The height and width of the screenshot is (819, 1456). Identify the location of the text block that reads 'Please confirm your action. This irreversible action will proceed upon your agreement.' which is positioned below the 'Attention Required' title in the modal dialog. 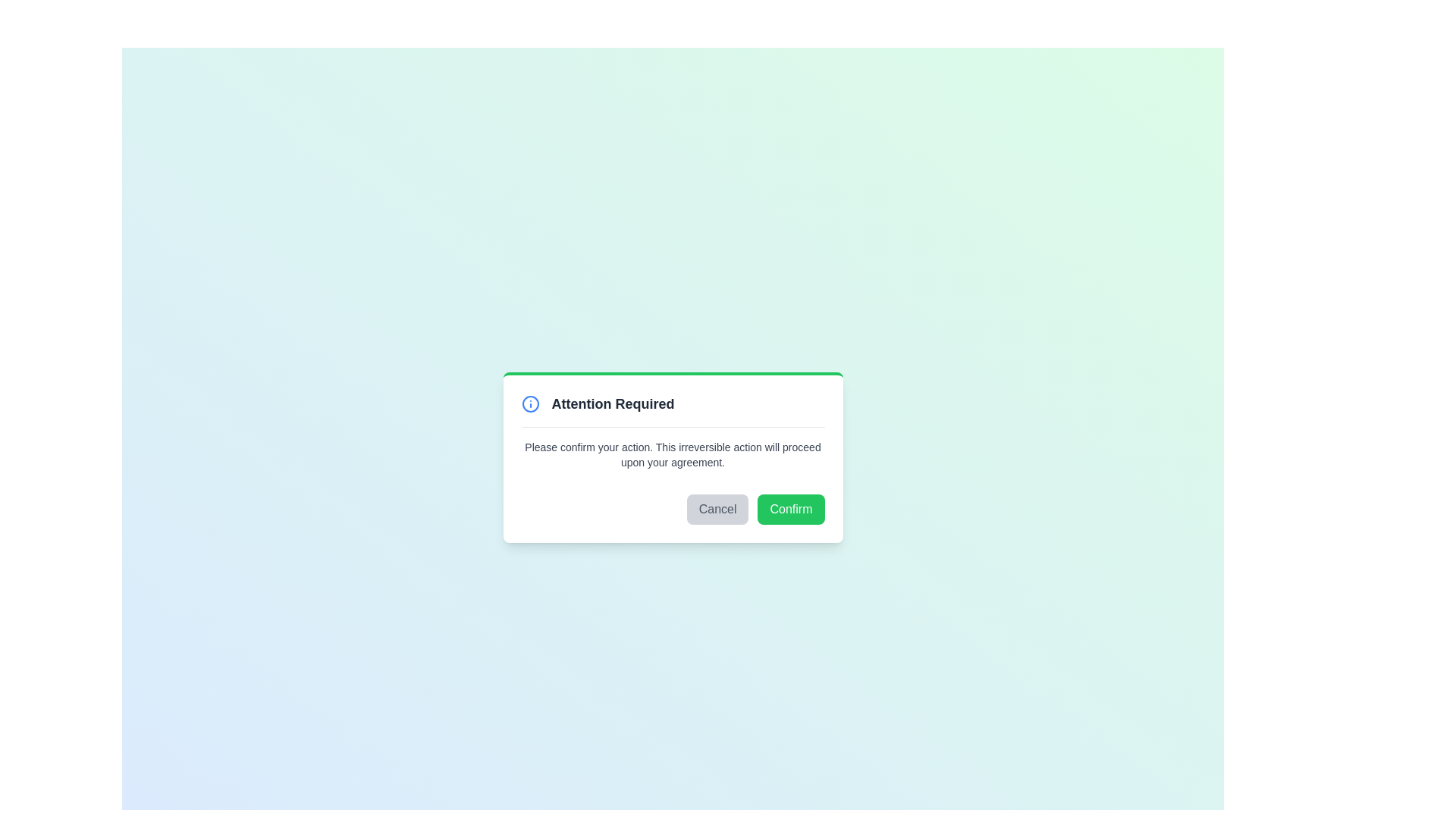
(672, 453).